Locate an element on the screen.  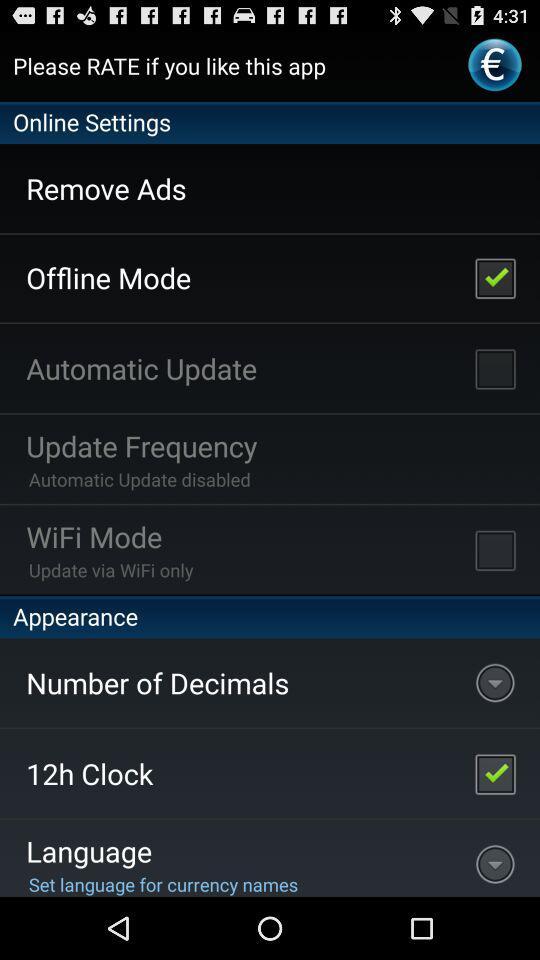
check mark for automatic update is located at coordinates (494, 367).